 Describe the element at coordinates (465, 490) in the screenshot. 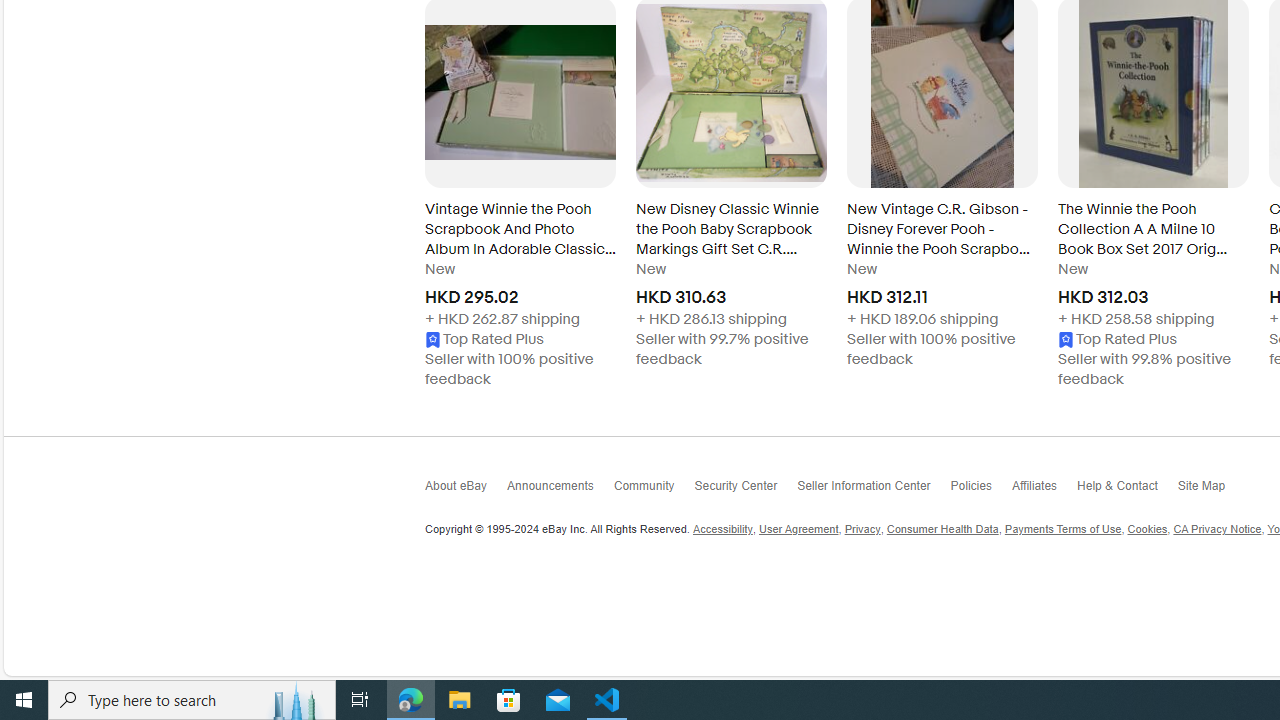

I see `'About eBay'` at that location.